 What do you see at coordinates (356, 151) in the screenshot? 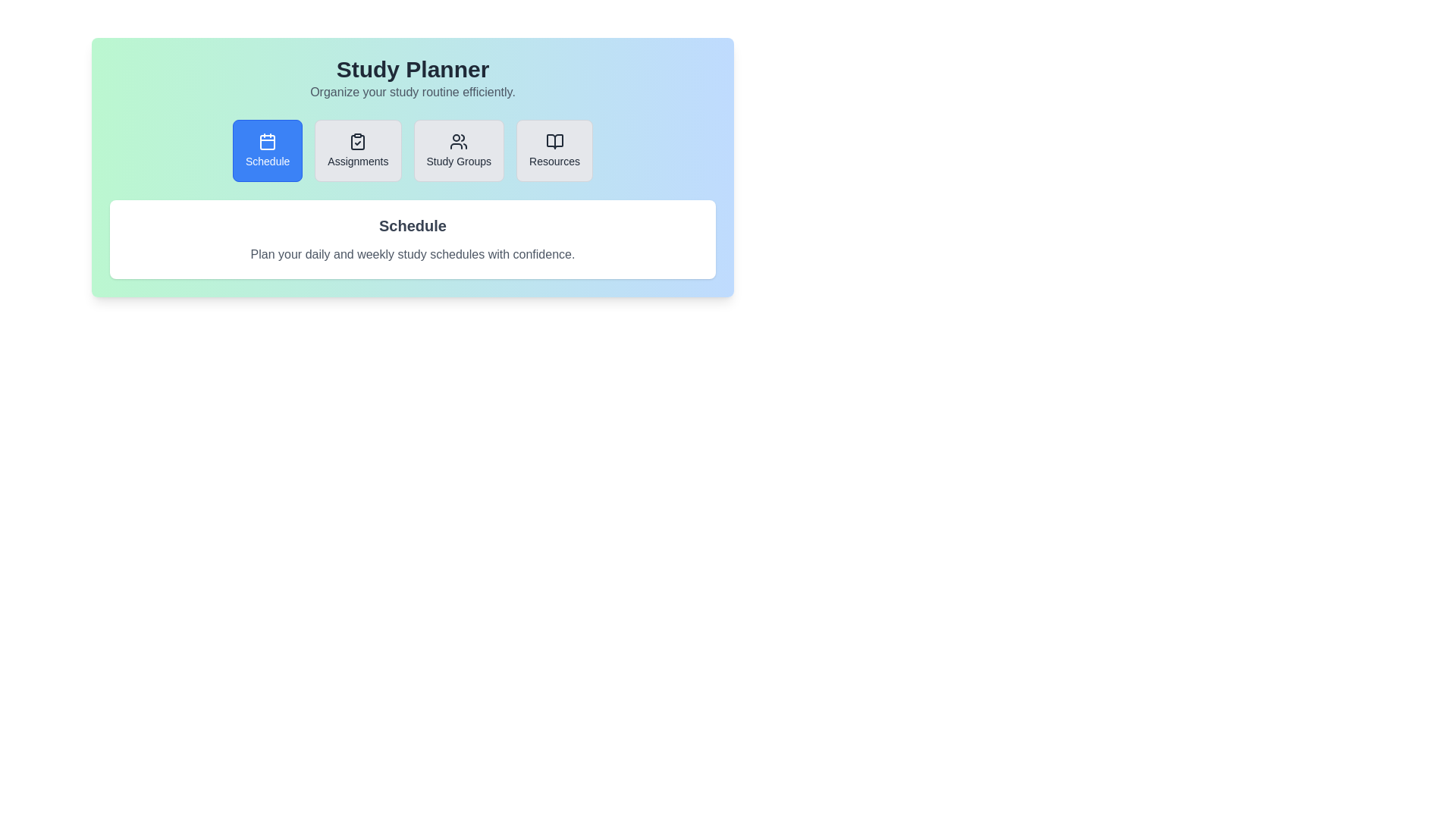
I see `the tab titled Assignments` at bounding box center [356, 151].